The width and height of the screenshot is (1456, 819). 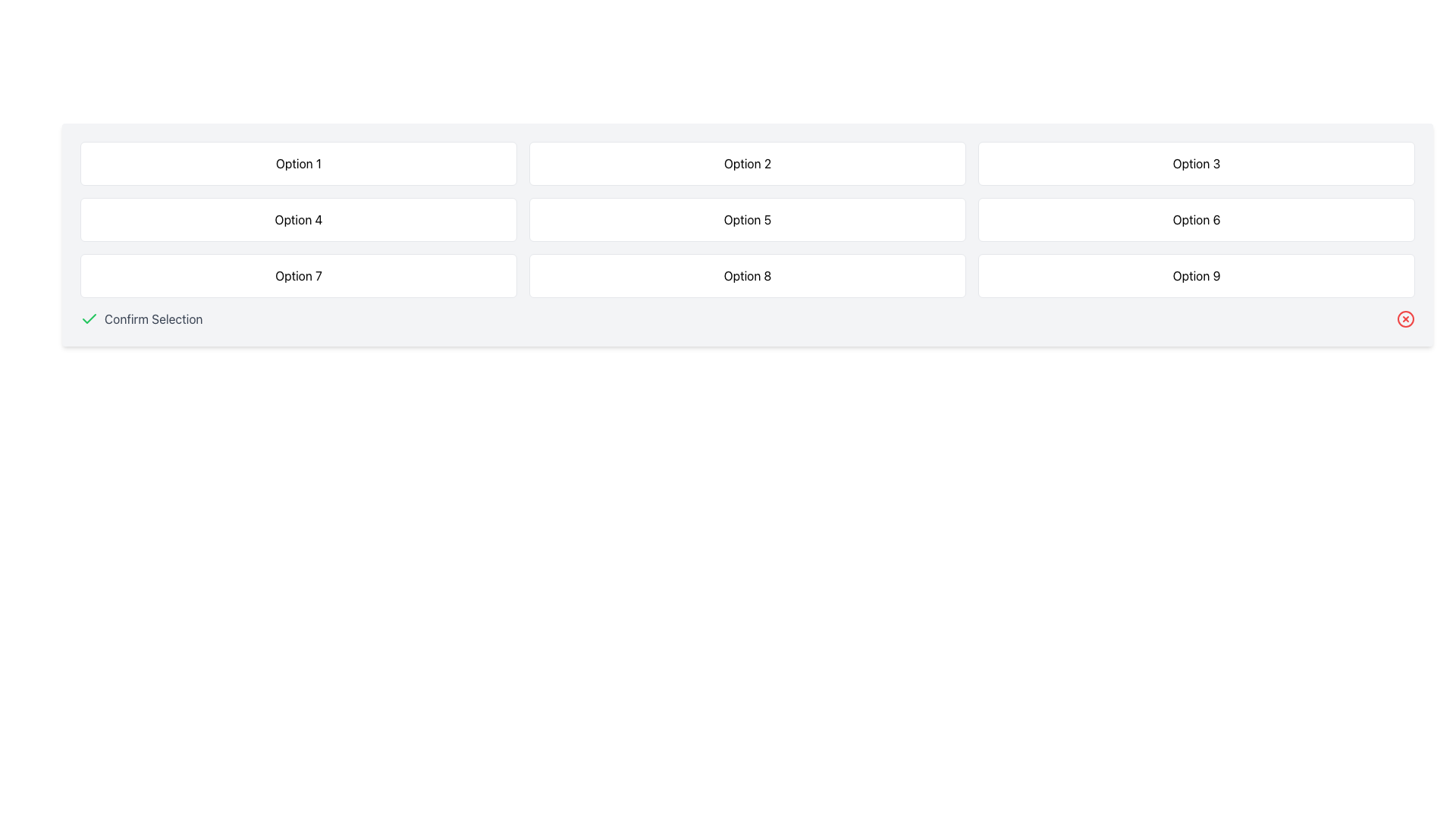 I want to click on the button labeled 'Option 6', which is a rectangular component with softly rounded edges and a thin border, so click(x=1196, y=219).